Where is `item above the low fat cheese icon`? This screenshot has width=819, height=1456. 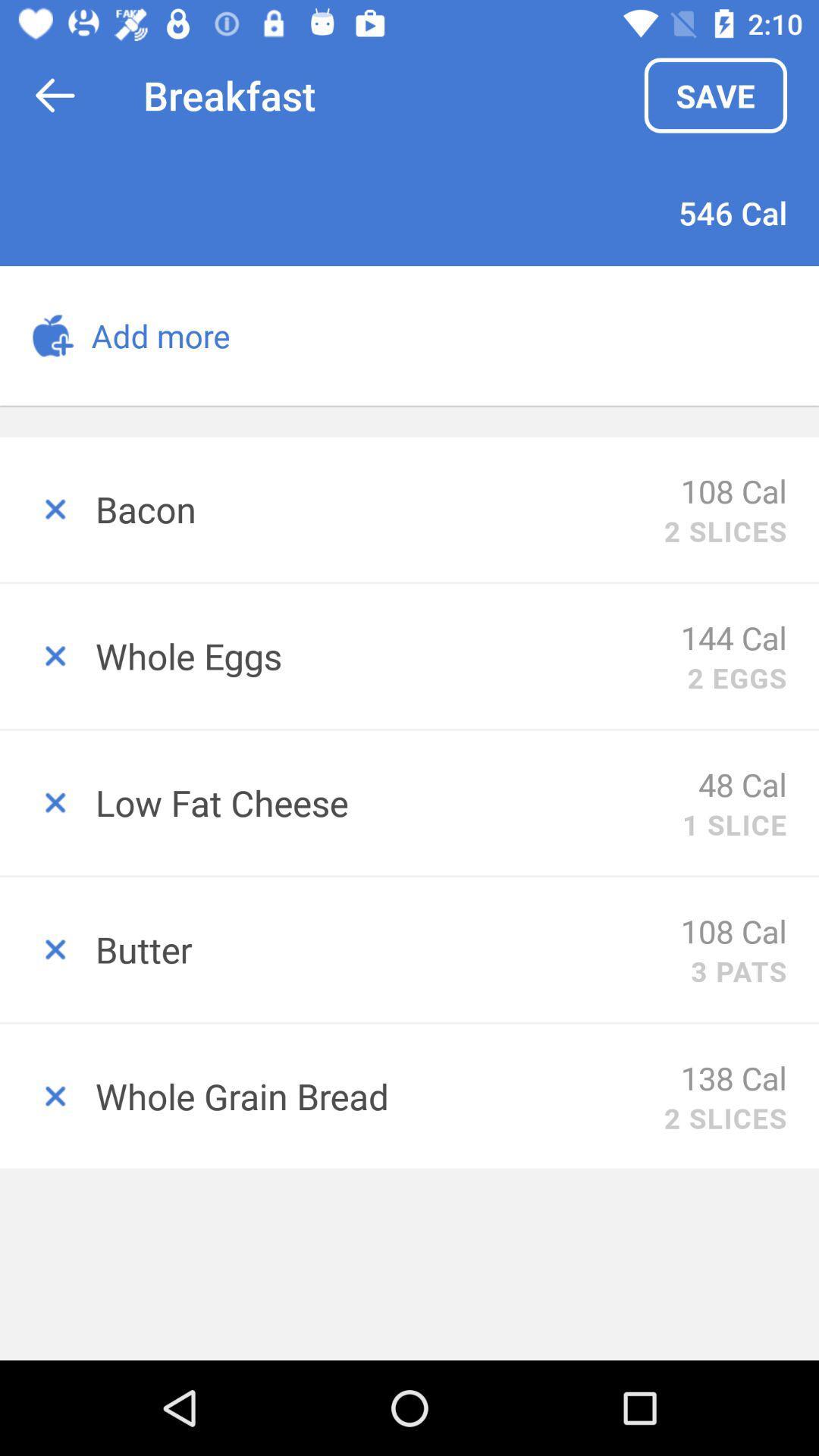 item above the low fat cheese icon is located at coordinates (736, 676).